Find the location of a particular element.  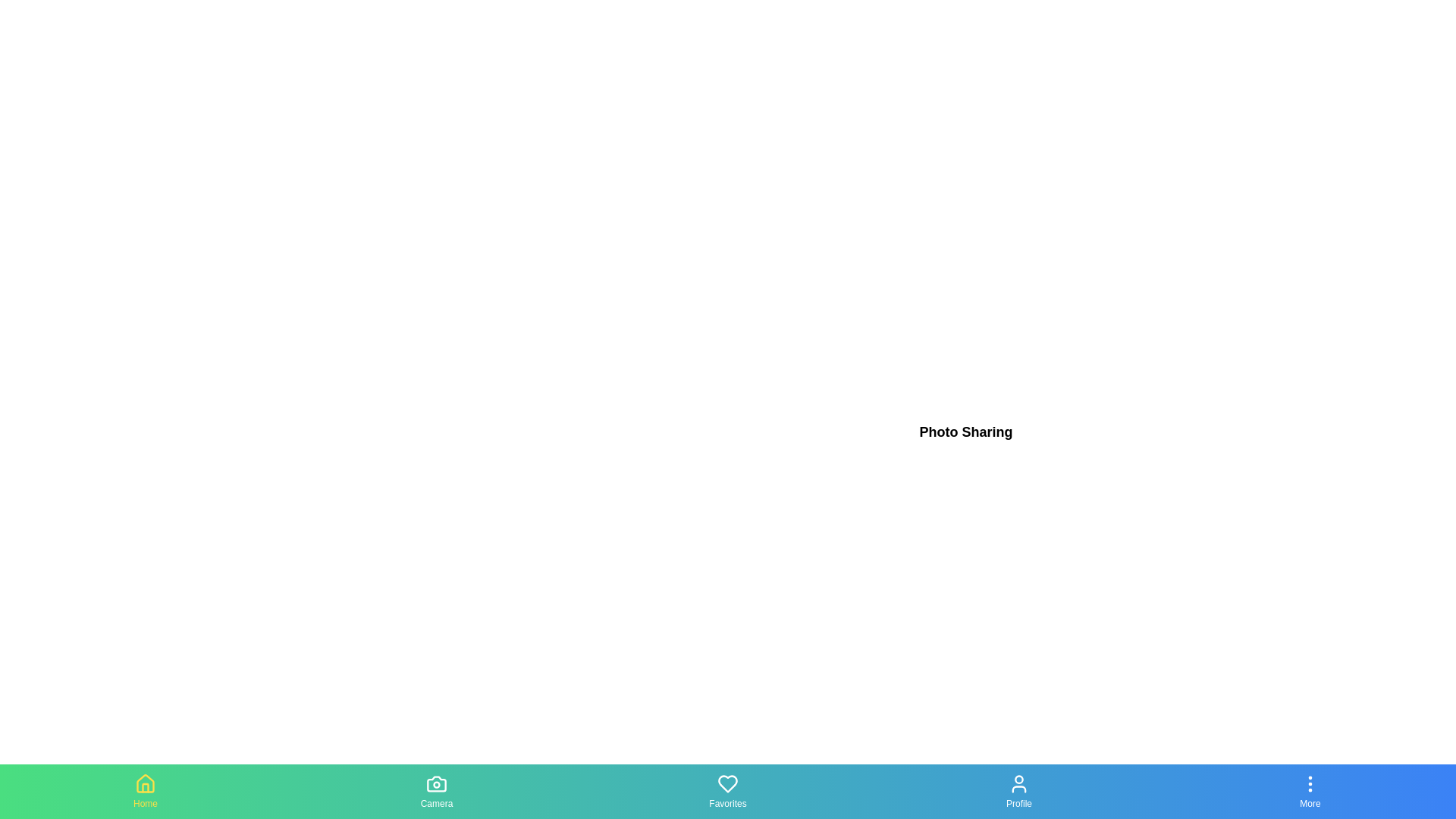

the Profile tab in the navigation bar to switch views is located at coordinates (1019, 791).